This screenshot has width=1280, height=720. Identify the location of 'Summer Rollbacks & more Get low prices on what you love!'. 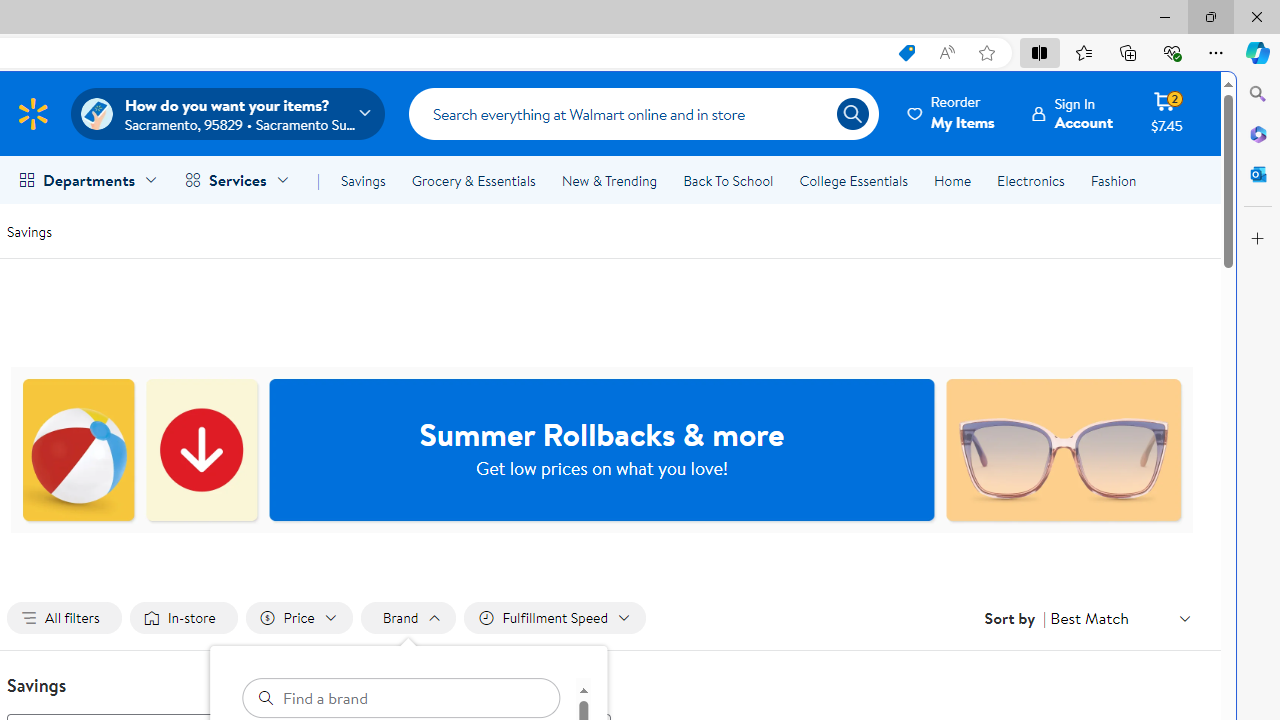
(601, 450).